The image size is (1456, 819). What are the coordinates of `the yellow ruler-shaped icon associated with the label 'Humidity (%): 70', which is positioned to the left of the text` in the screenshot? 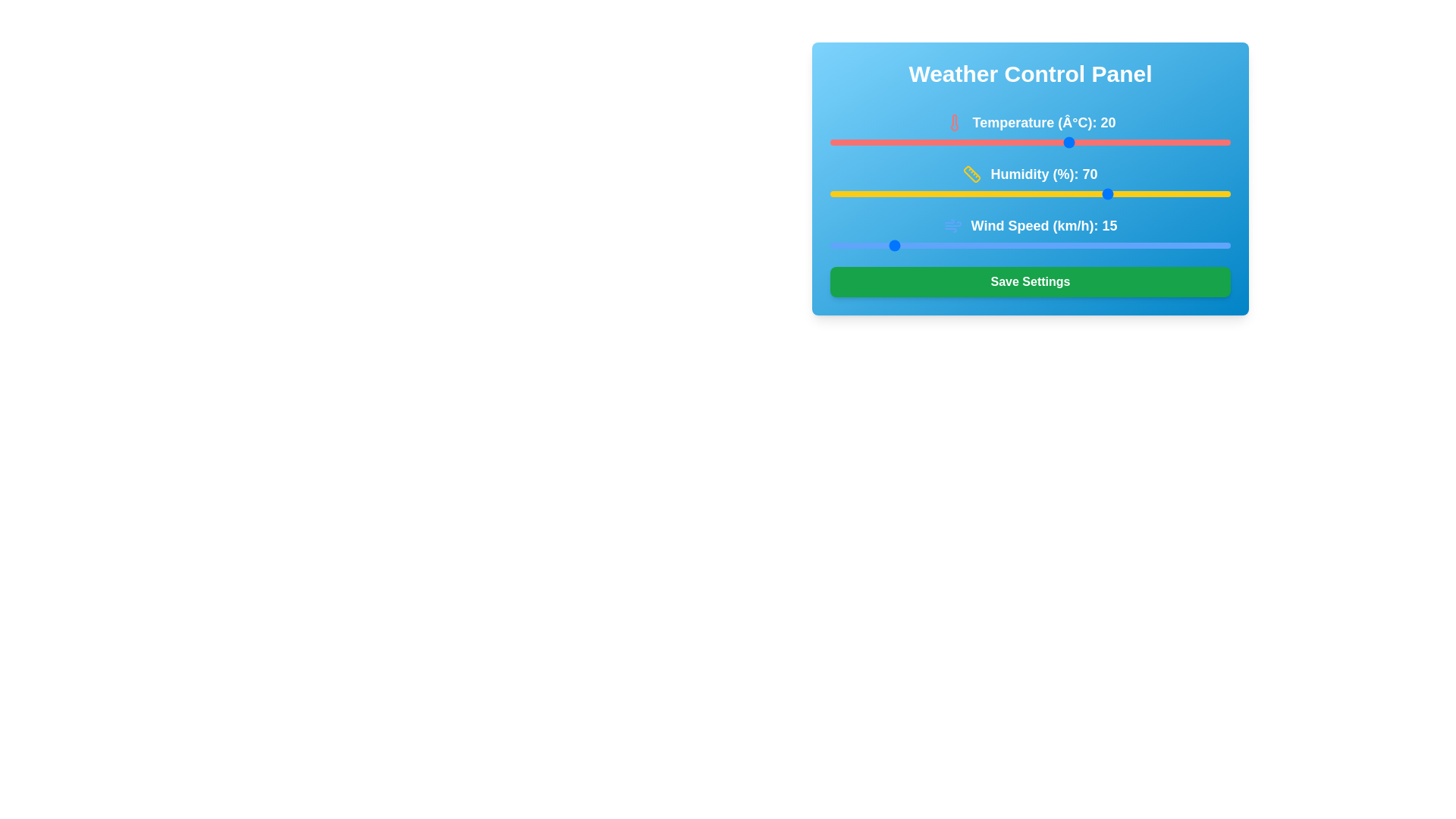 It's located at (972, 174).